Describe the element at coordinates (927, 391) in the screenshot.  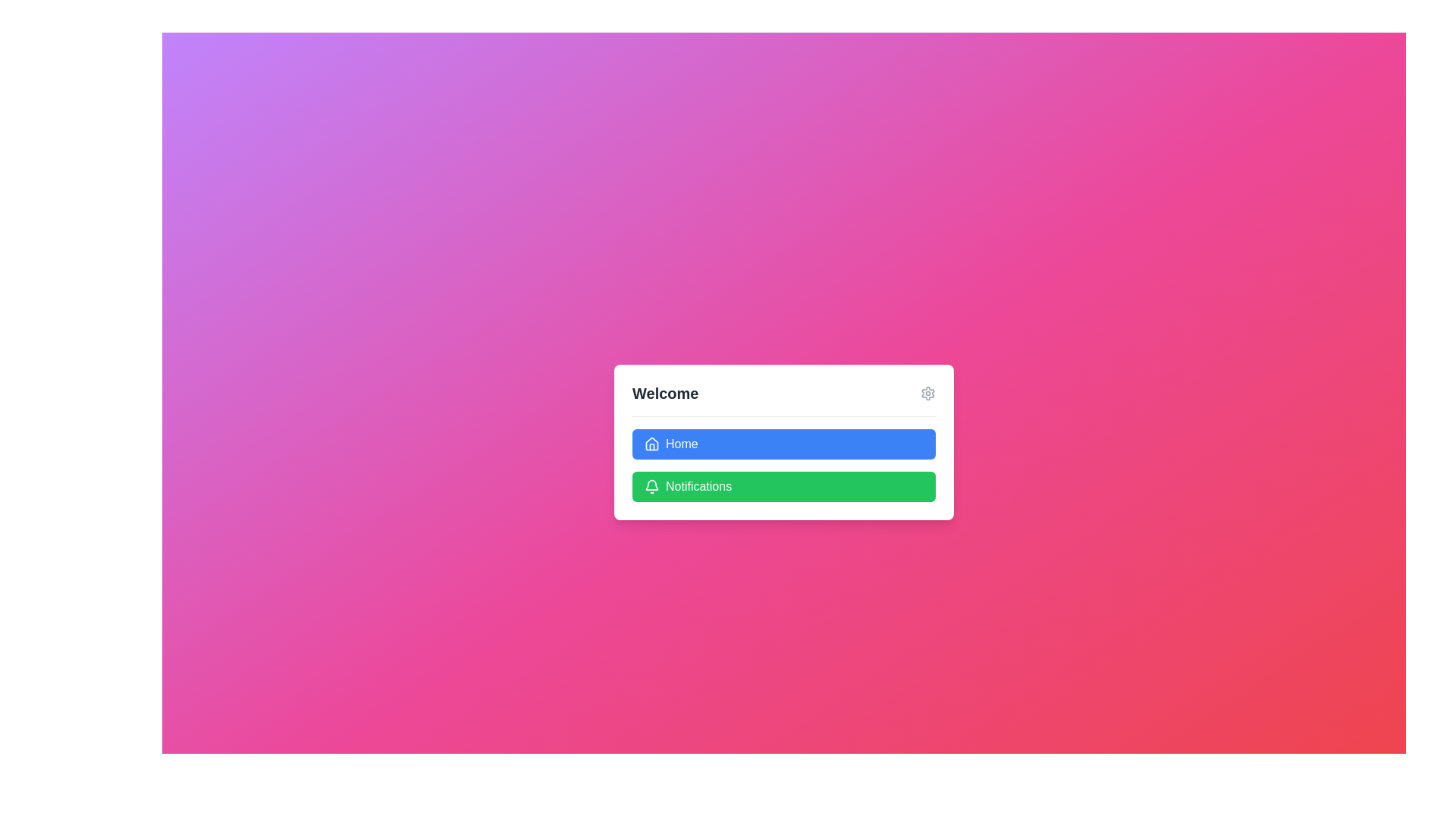
I see `the gear icon located at the top-right corner of the 'Welcome' card interface, which has a metallic outline and resembles a settings button` at that location.